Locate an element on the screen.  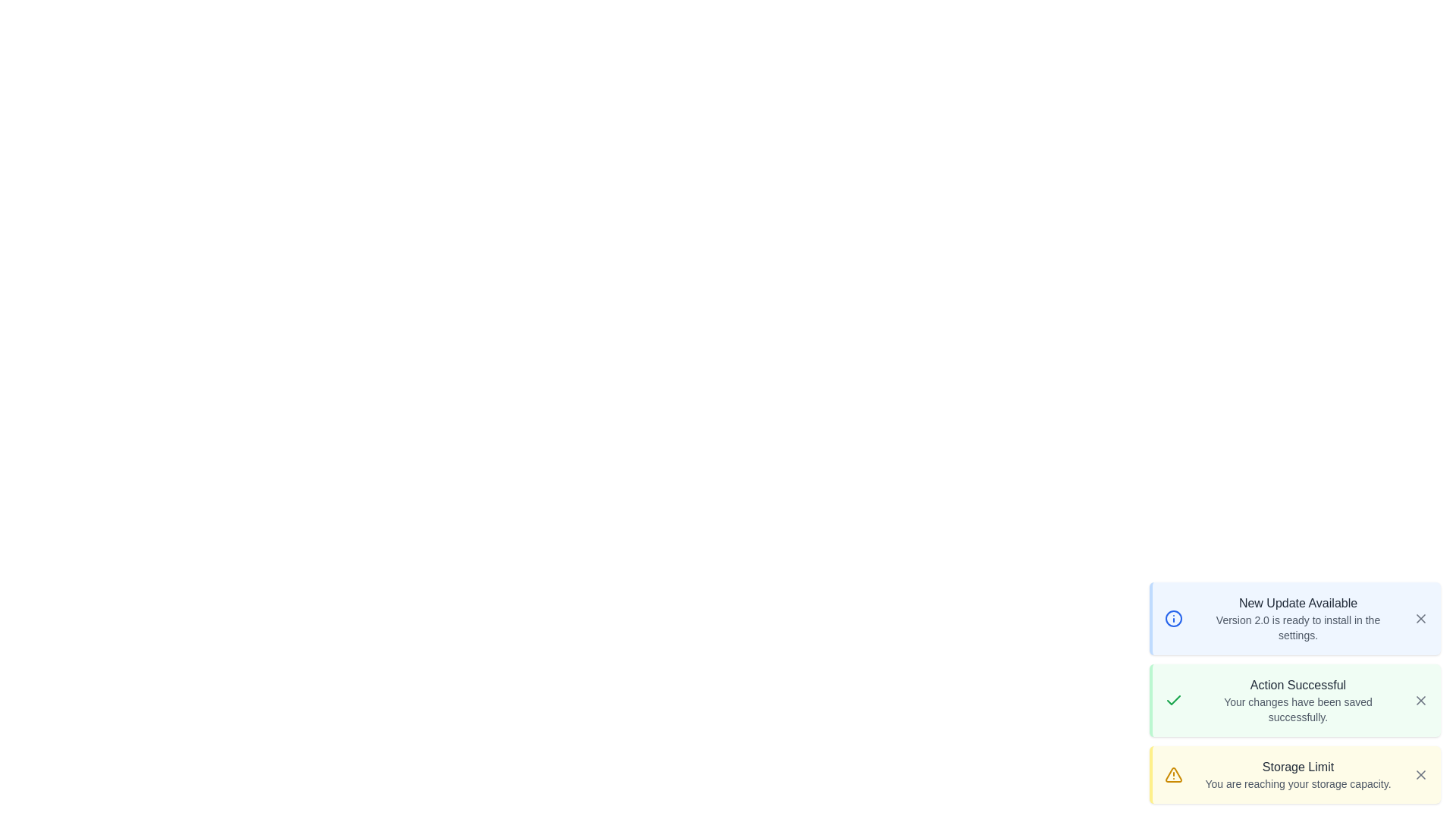
the icon associated with the alert warning is located at coordinates (1173, 775).